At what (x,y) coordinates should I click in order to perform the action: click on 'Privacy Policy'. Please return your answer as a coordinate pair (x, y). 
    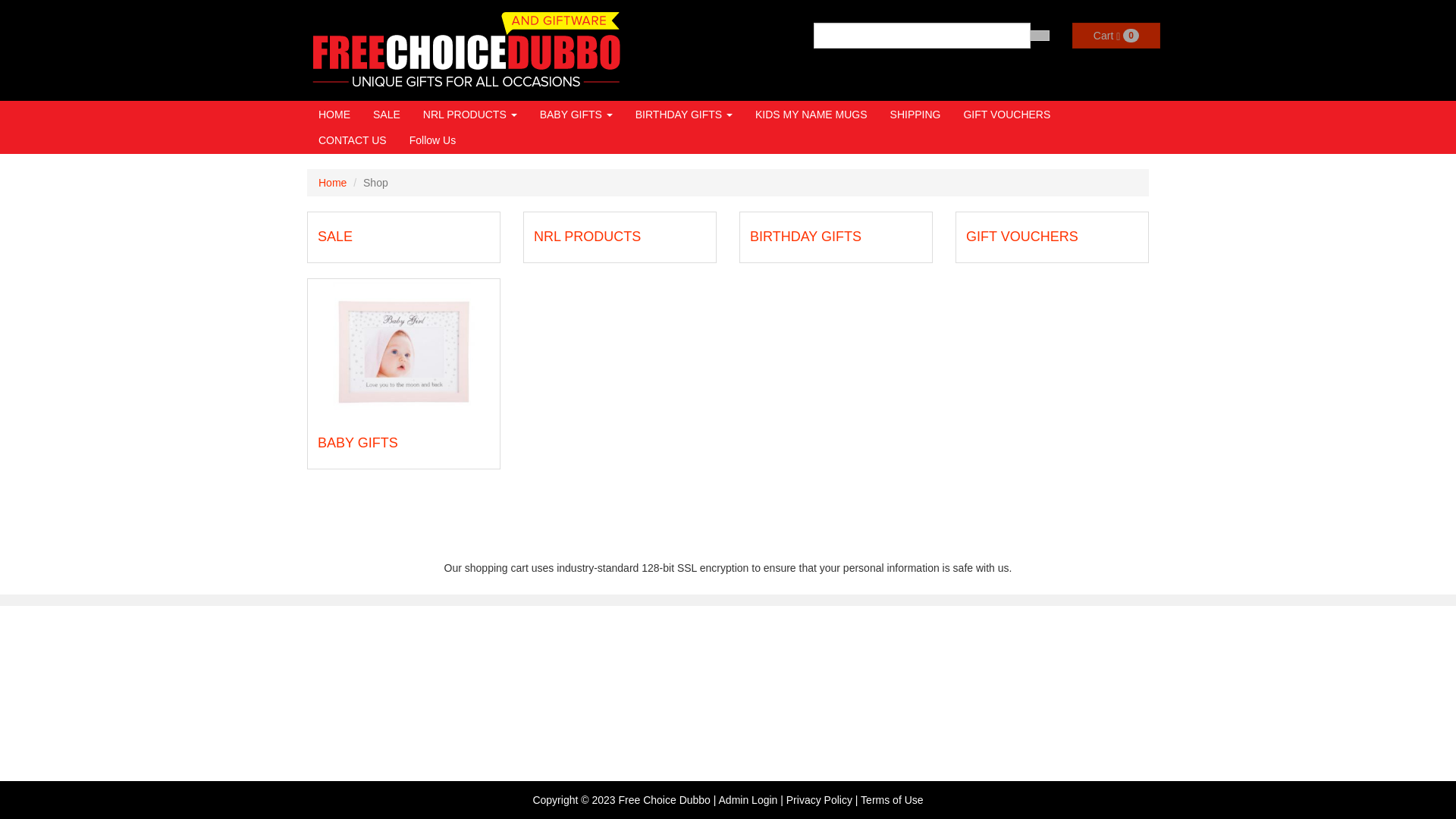
    Looking at the image, I should click on (818, 799).